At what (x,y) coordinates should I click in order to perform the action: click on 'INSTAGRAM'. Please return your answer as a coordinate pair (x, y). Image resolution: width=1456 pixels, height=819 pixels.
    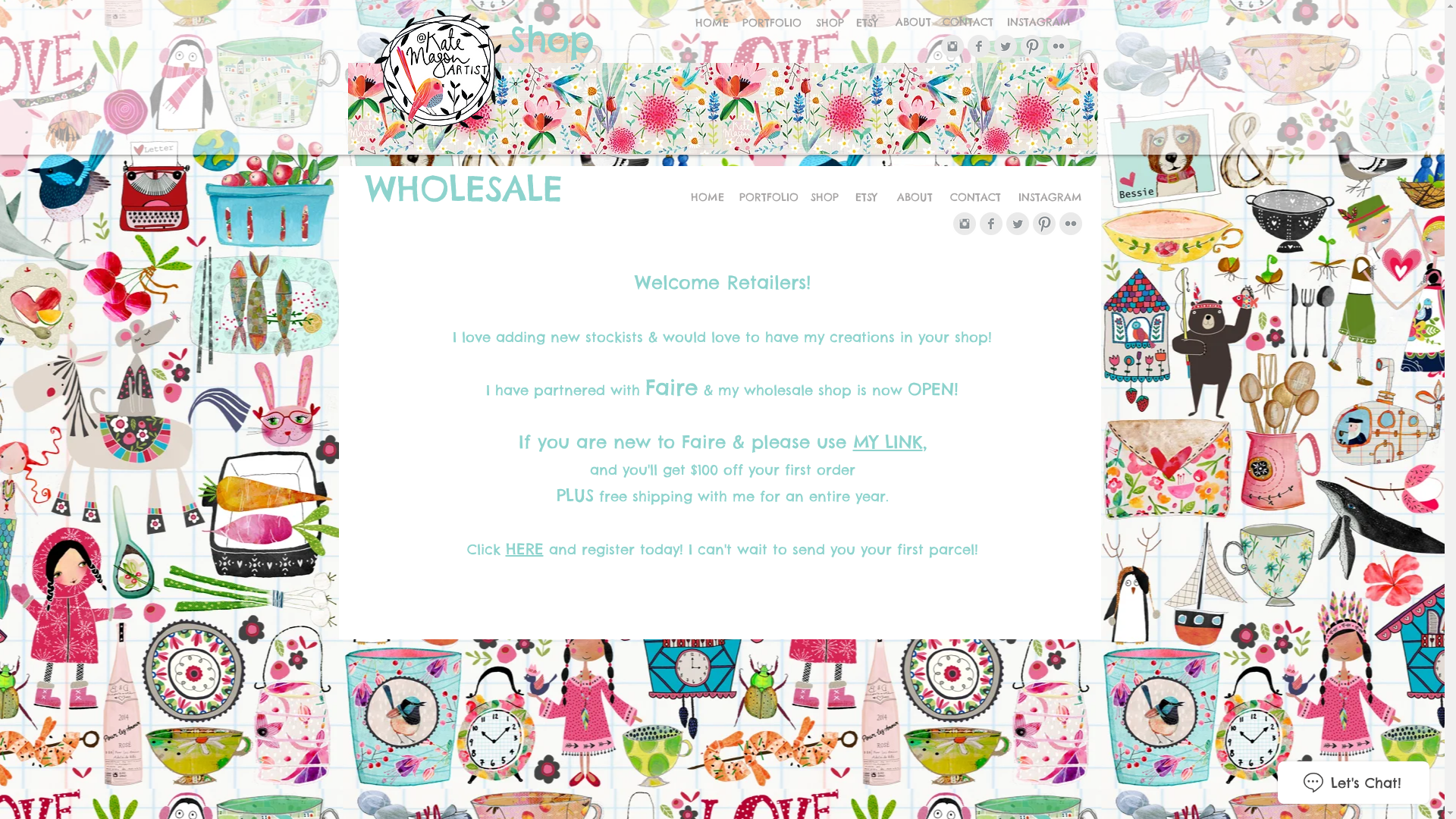
    Looking at the image, I should click on (997, 23).